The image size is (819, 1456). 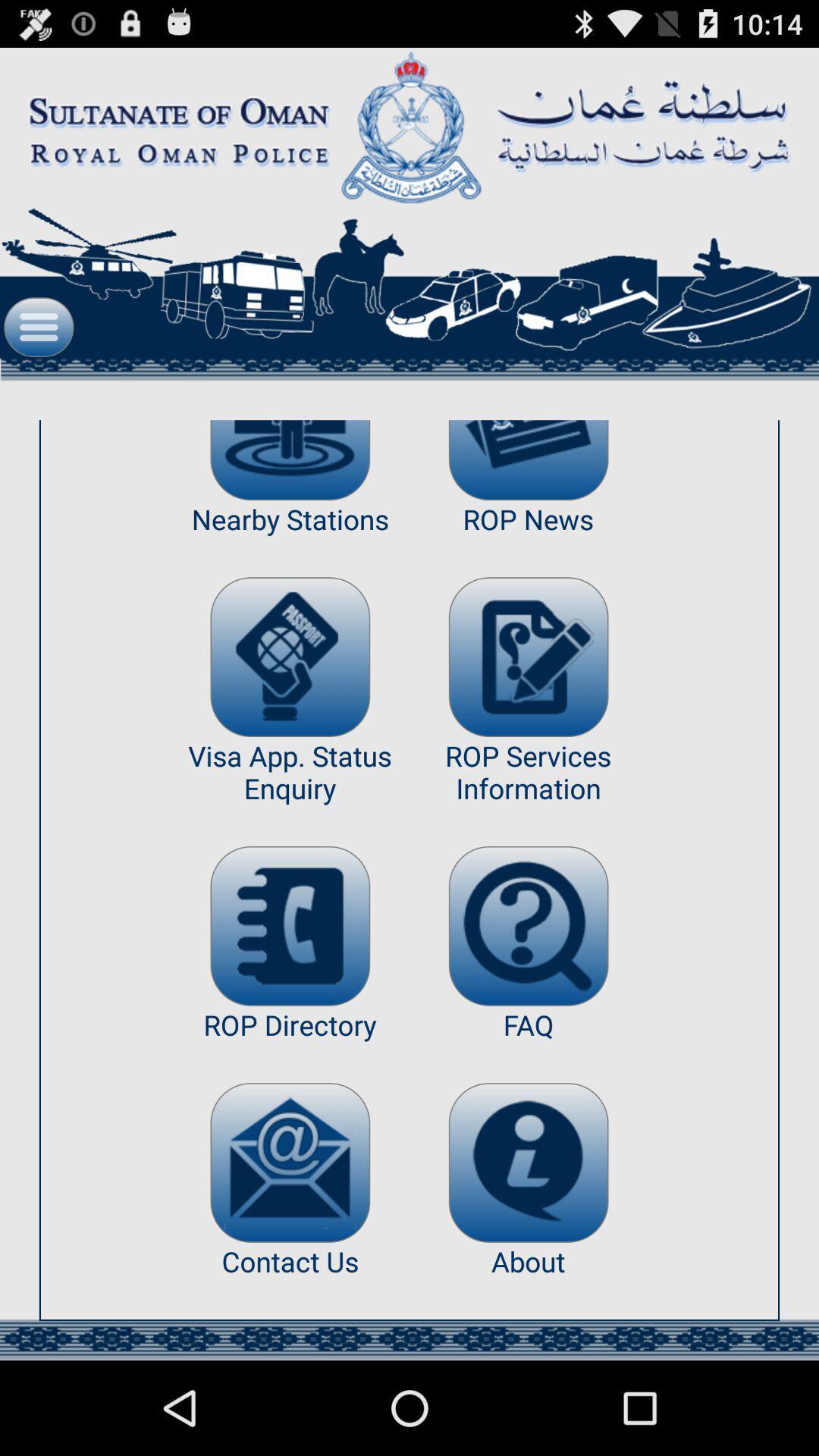 What do you see at coordinates (528, 1162) in the screenshot?
I see `app above about app` at bounding box center [528, 1162].